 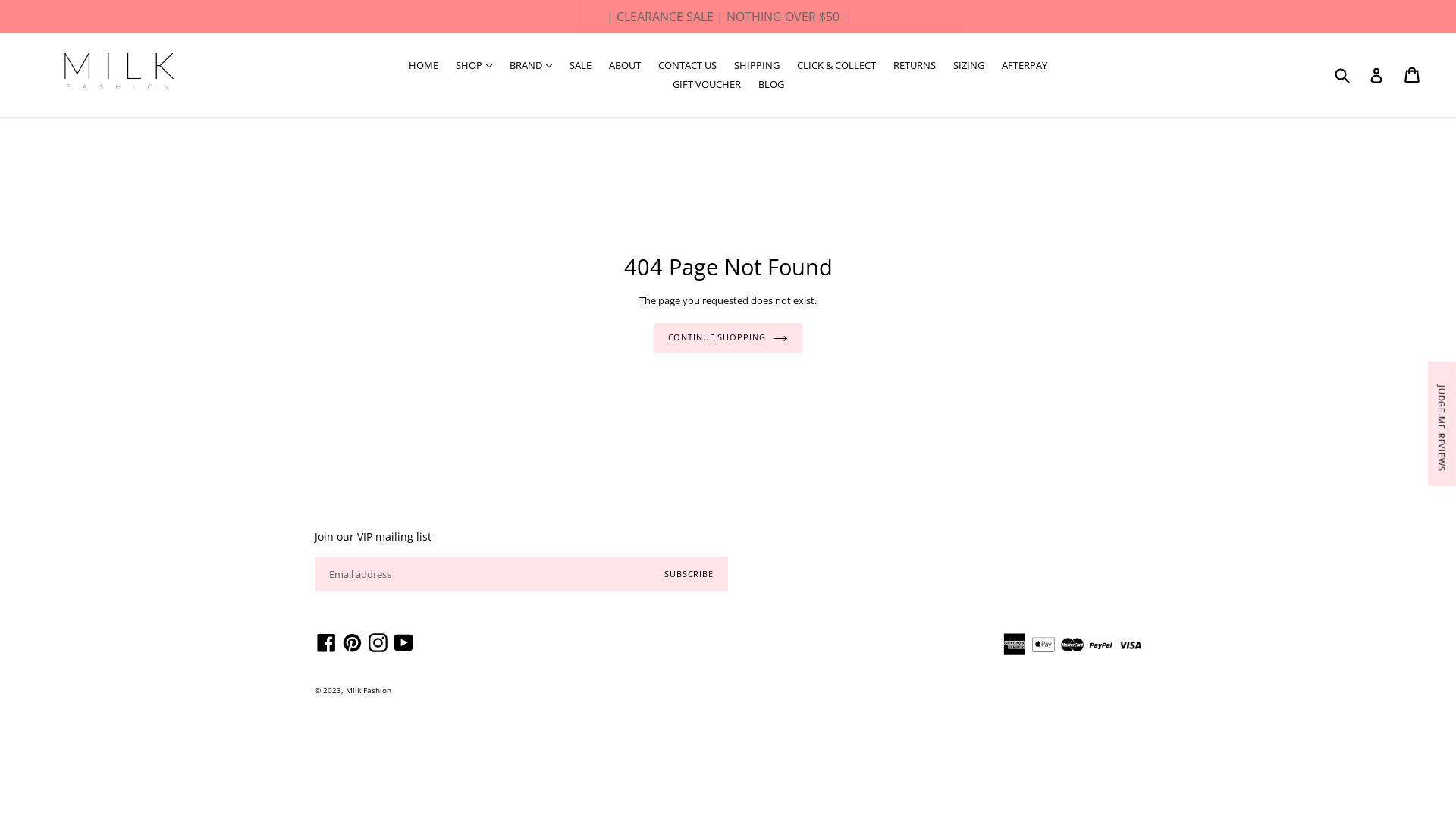 I want to click on 'Instagram', so click(x=378, y=642).